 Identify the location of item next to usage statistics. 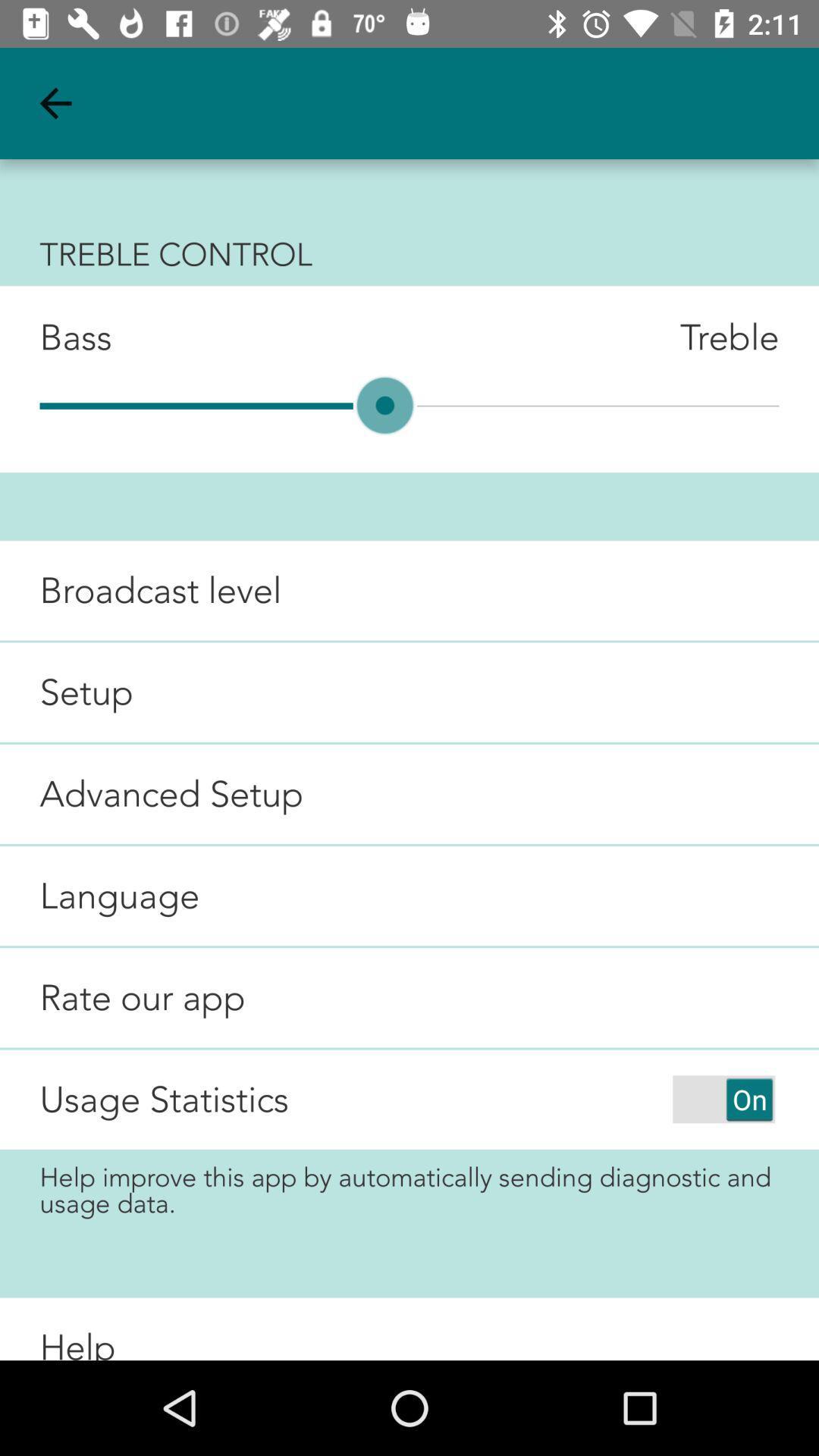
(723, 1099).